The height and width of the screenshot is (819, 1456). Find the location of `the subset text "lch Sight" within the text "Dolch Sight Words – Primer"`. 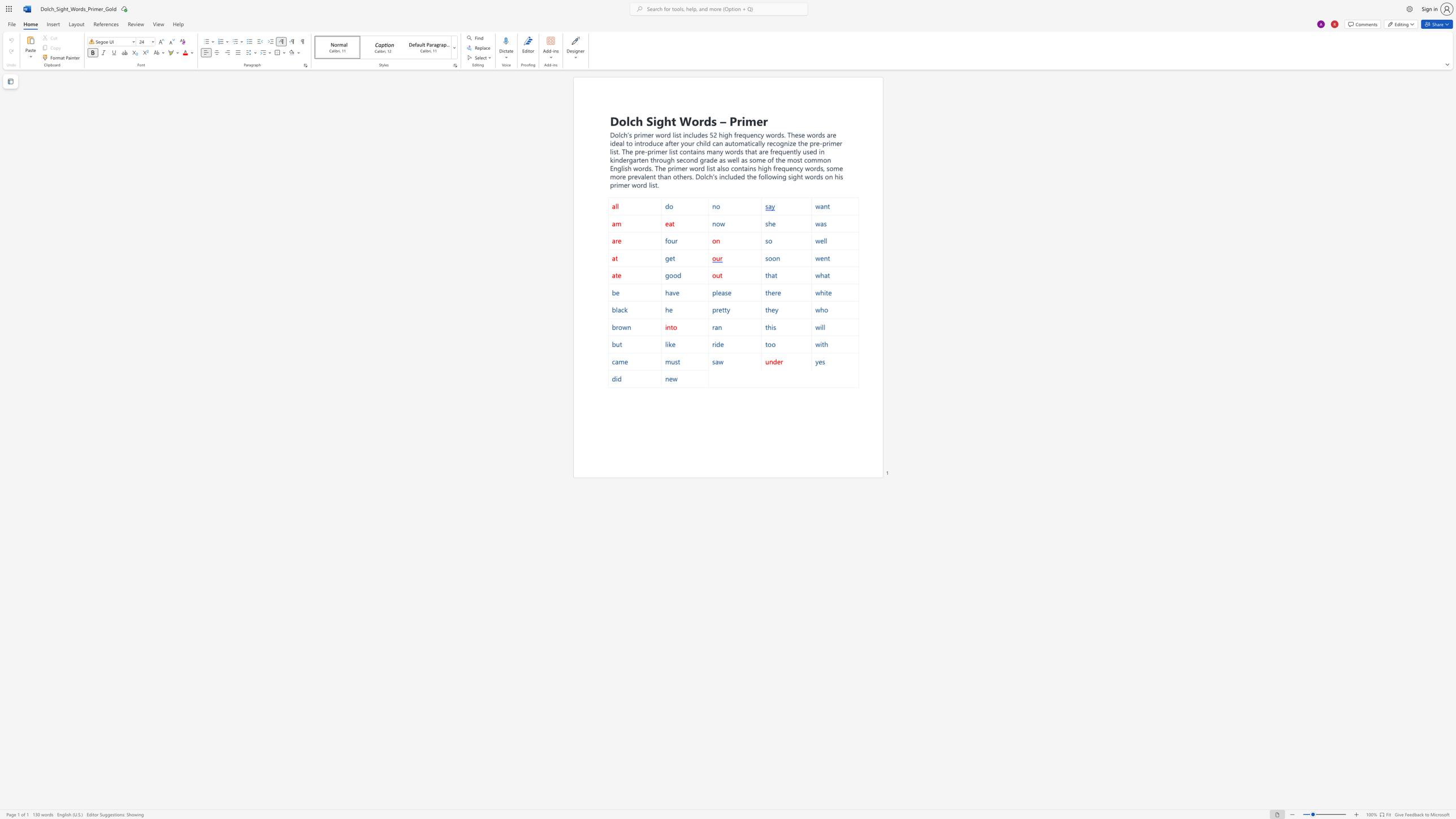

the subset text "lch Sight" within the text "Dolch Sight Words – Primer" is located at coordinates (626, 120).